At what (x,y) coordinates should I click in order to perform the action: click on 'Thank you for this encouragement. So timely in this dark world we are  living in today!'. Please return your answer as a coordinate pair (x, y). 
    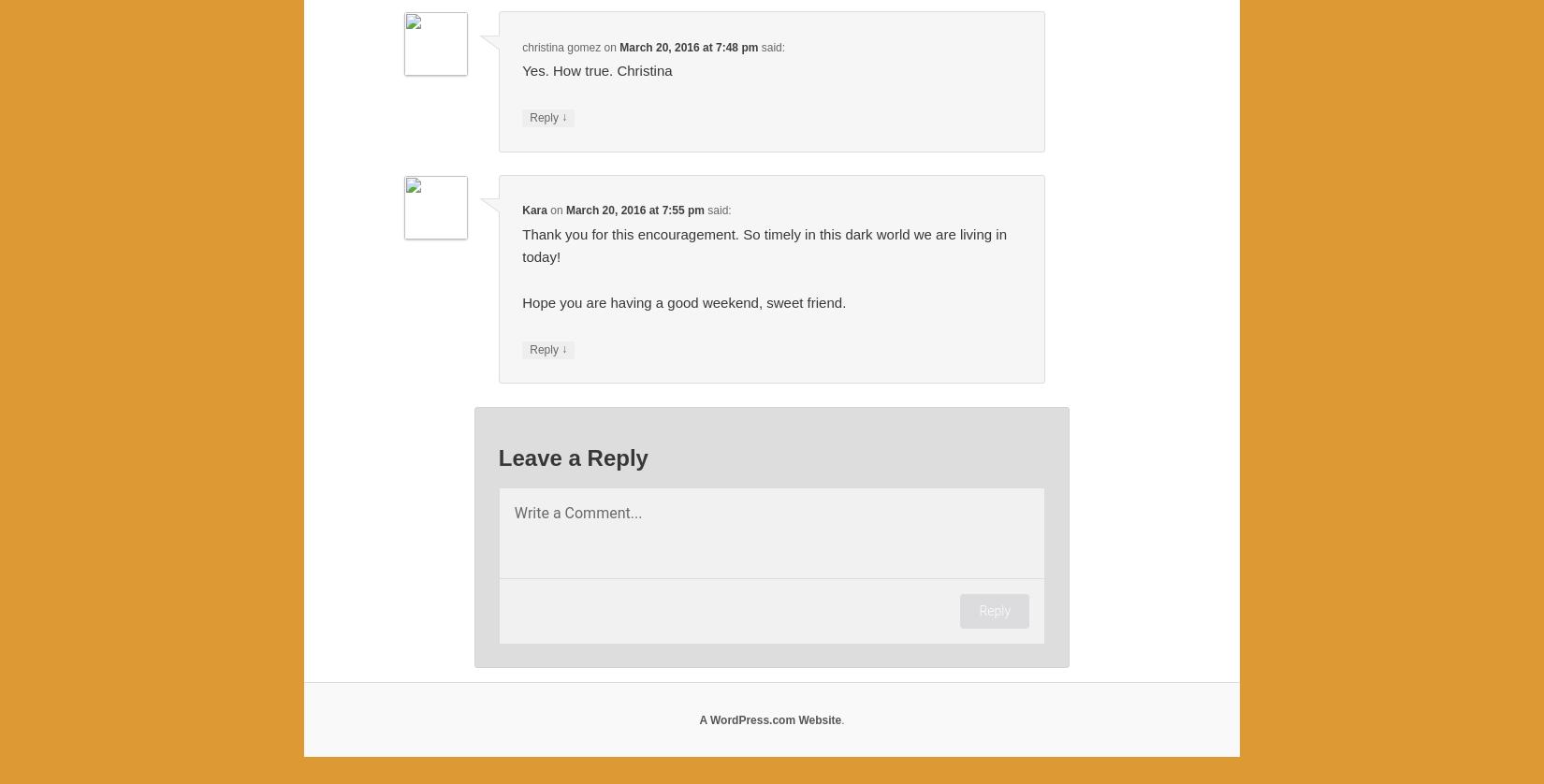
    Looking at the image, I should click on (763, 243).